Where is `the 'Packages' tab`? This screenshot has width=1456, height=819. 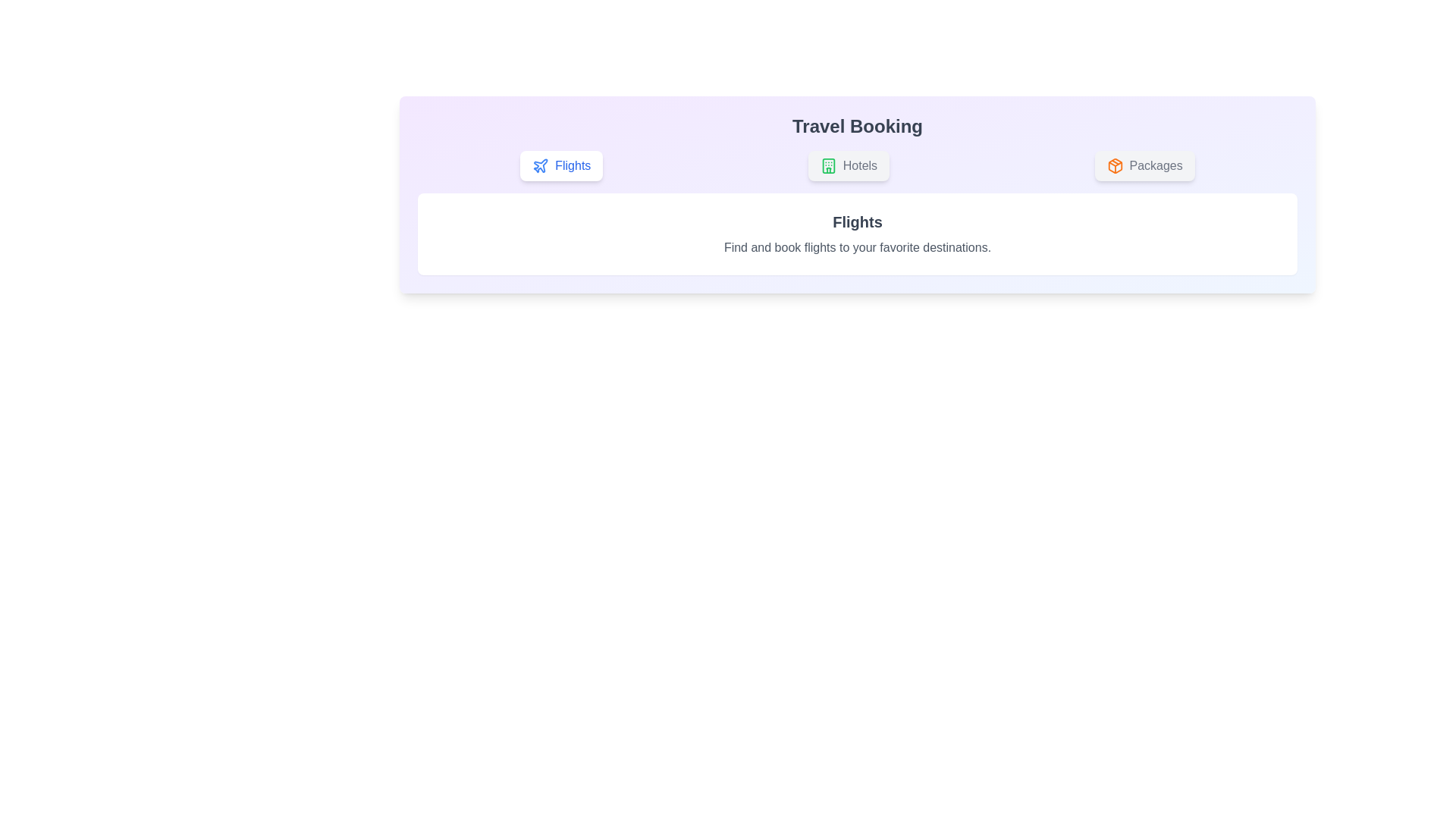 the 'Packages' tab is located at coordinates (1144, 166).